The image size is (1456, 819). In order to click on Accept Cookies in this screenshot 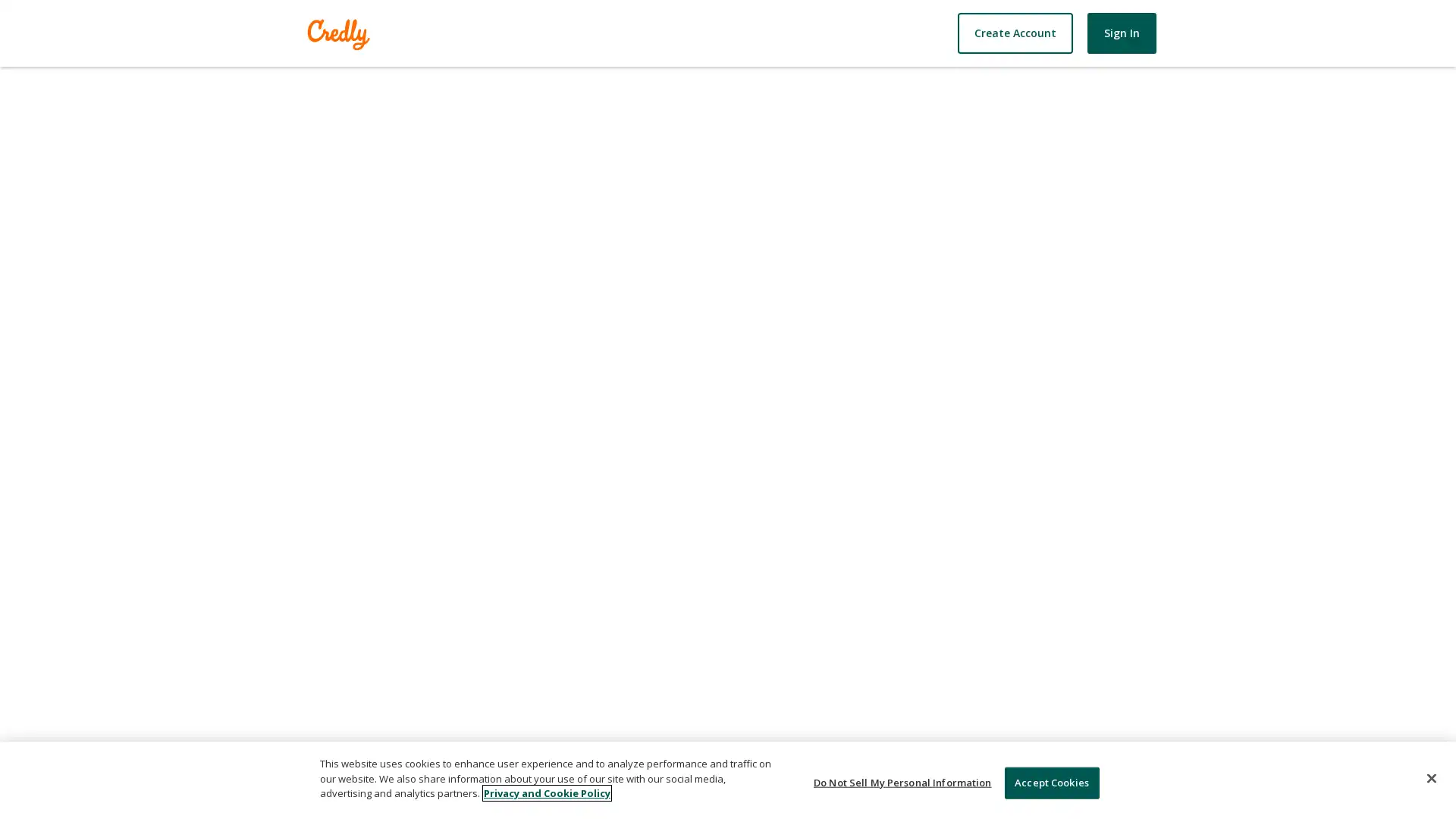, I will do `click(1050, 783)`.